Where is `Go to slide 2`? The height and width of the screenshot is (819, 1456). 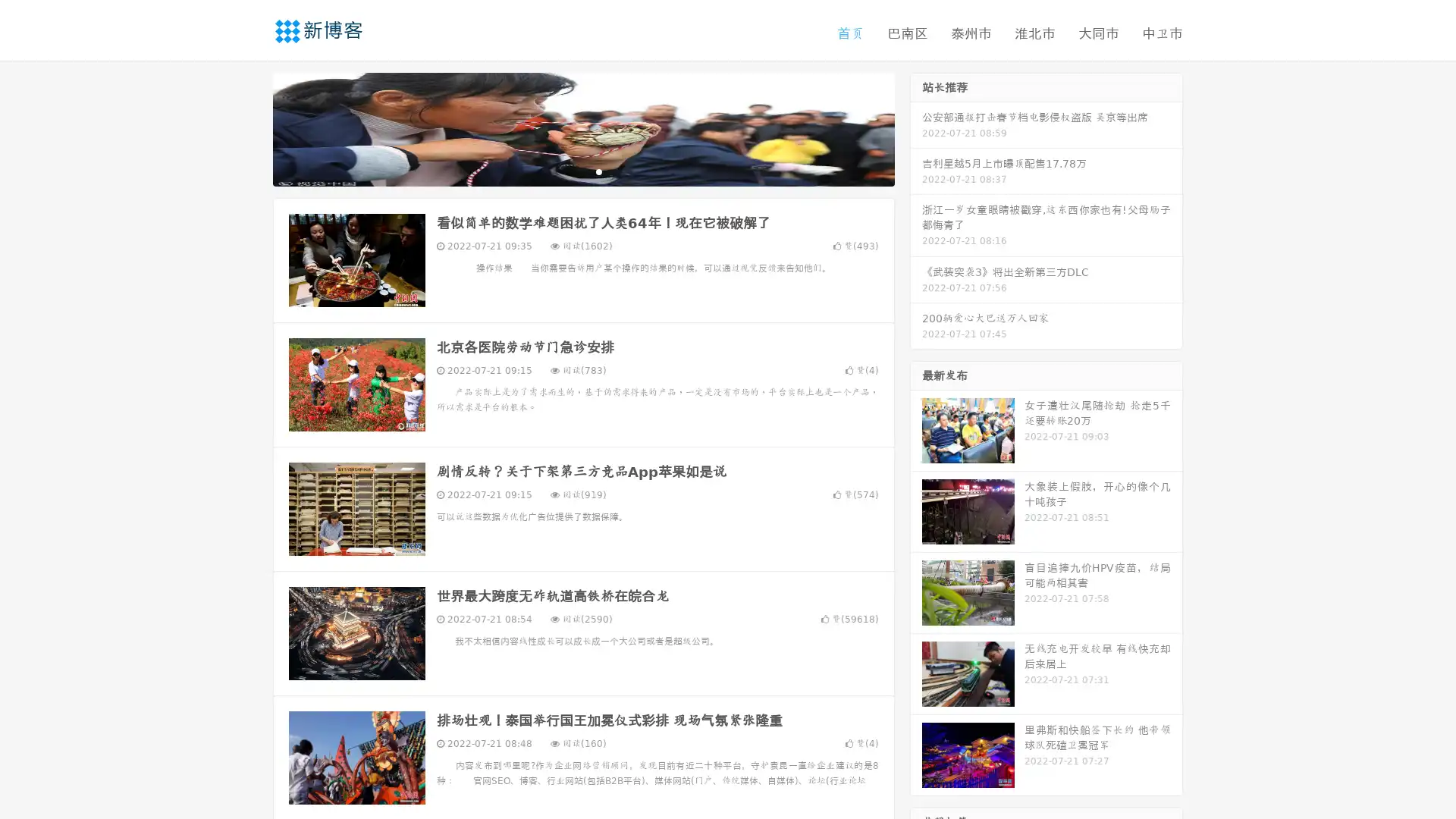 Go to slide 2 is located at coordinates (582, 171).